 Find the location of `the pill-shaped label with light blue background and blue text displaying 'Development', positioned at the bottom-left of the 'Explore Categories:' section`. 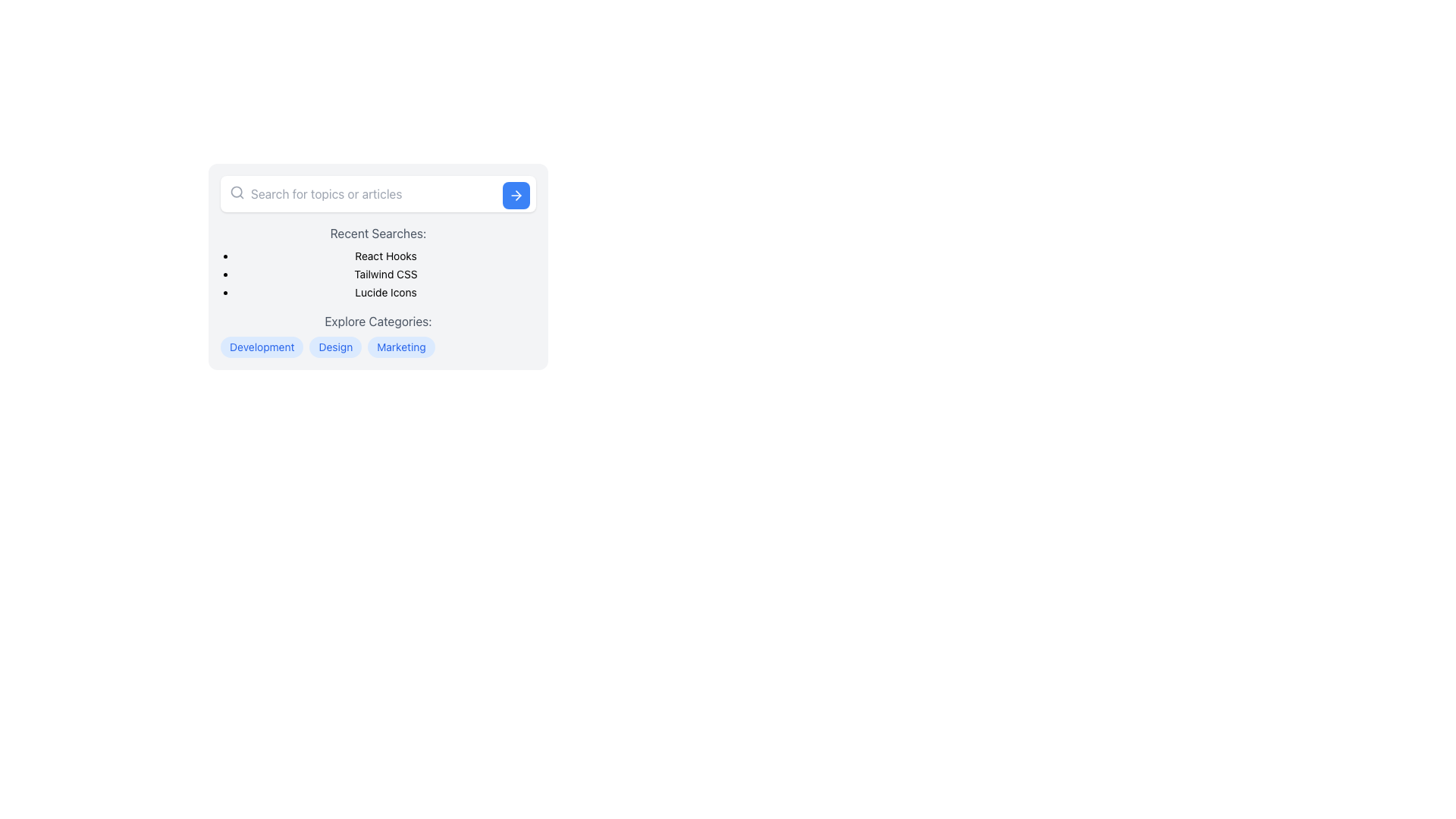

the pill-shaped label with light blue background and blue text displaying 'Development', positioned at the bottom-left of the 'Explore Categories:' section is located at coordinates (262, 347).